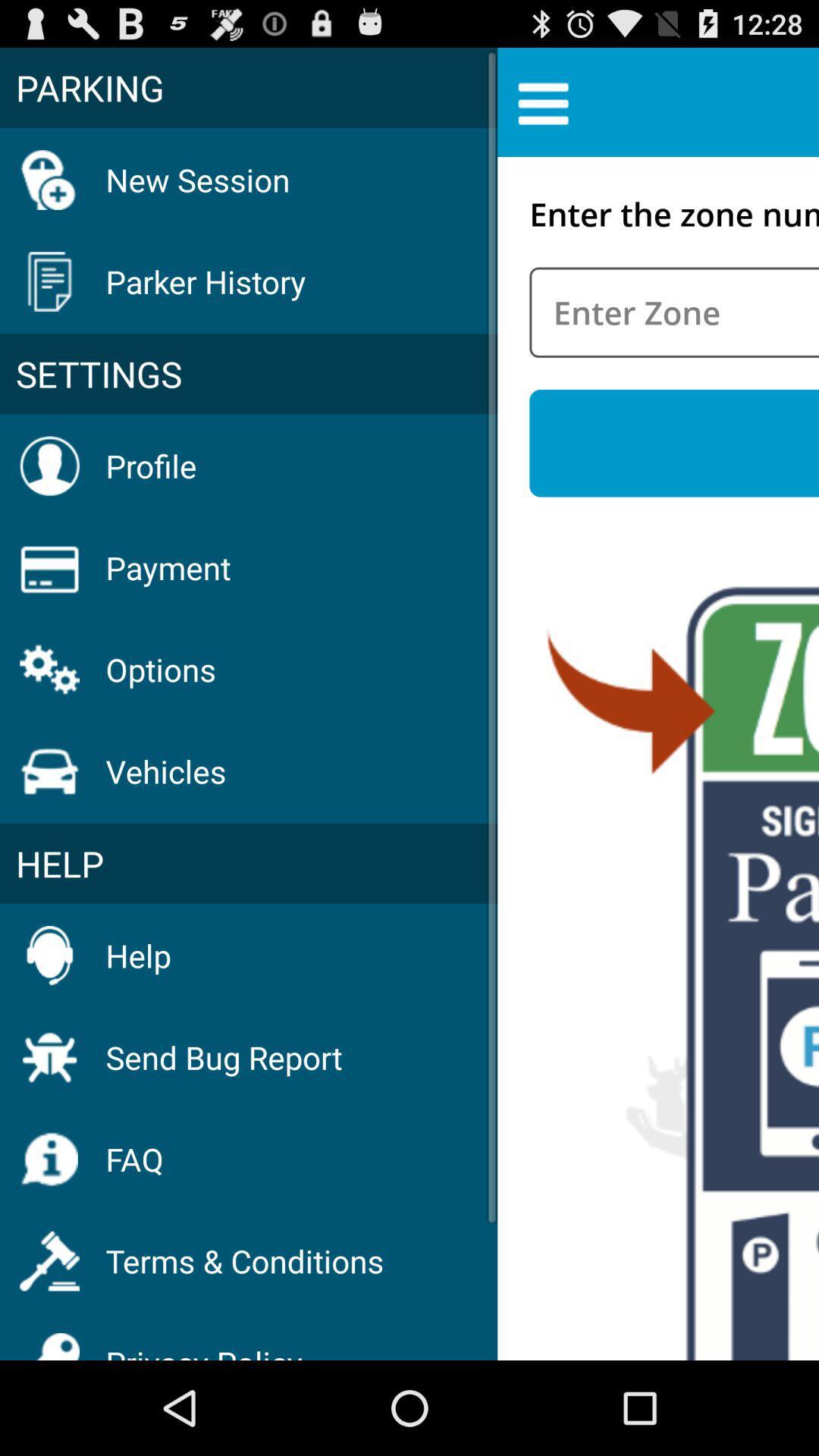 Image resolution: width=819 pixels, height=1456 pixels. Describe the element at coordinates (243, 1260) in the screenshot. I see `the terms & conditions item` at that location.